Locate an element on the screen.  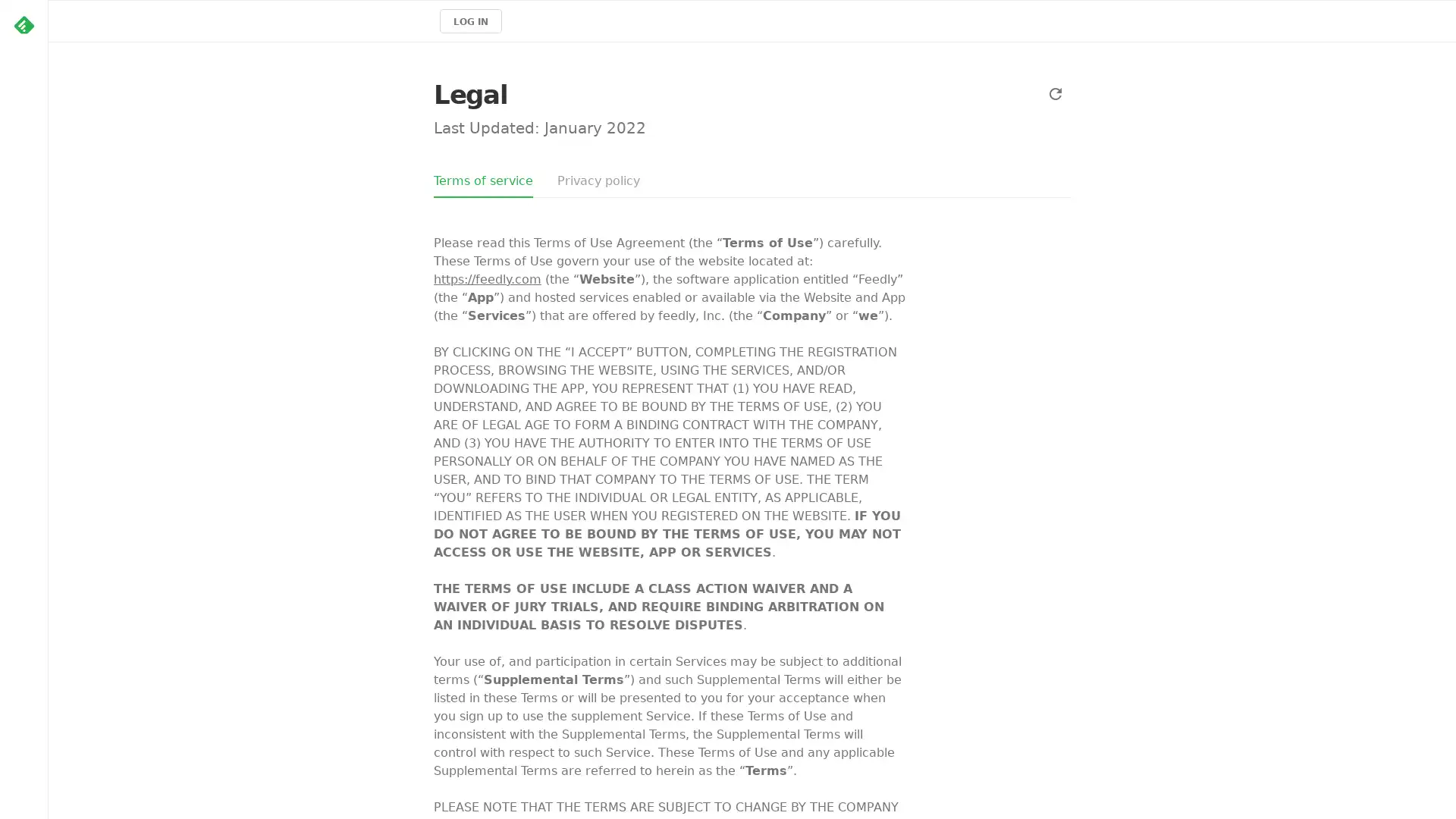
LOG IN is located at coordinates (185, 166).